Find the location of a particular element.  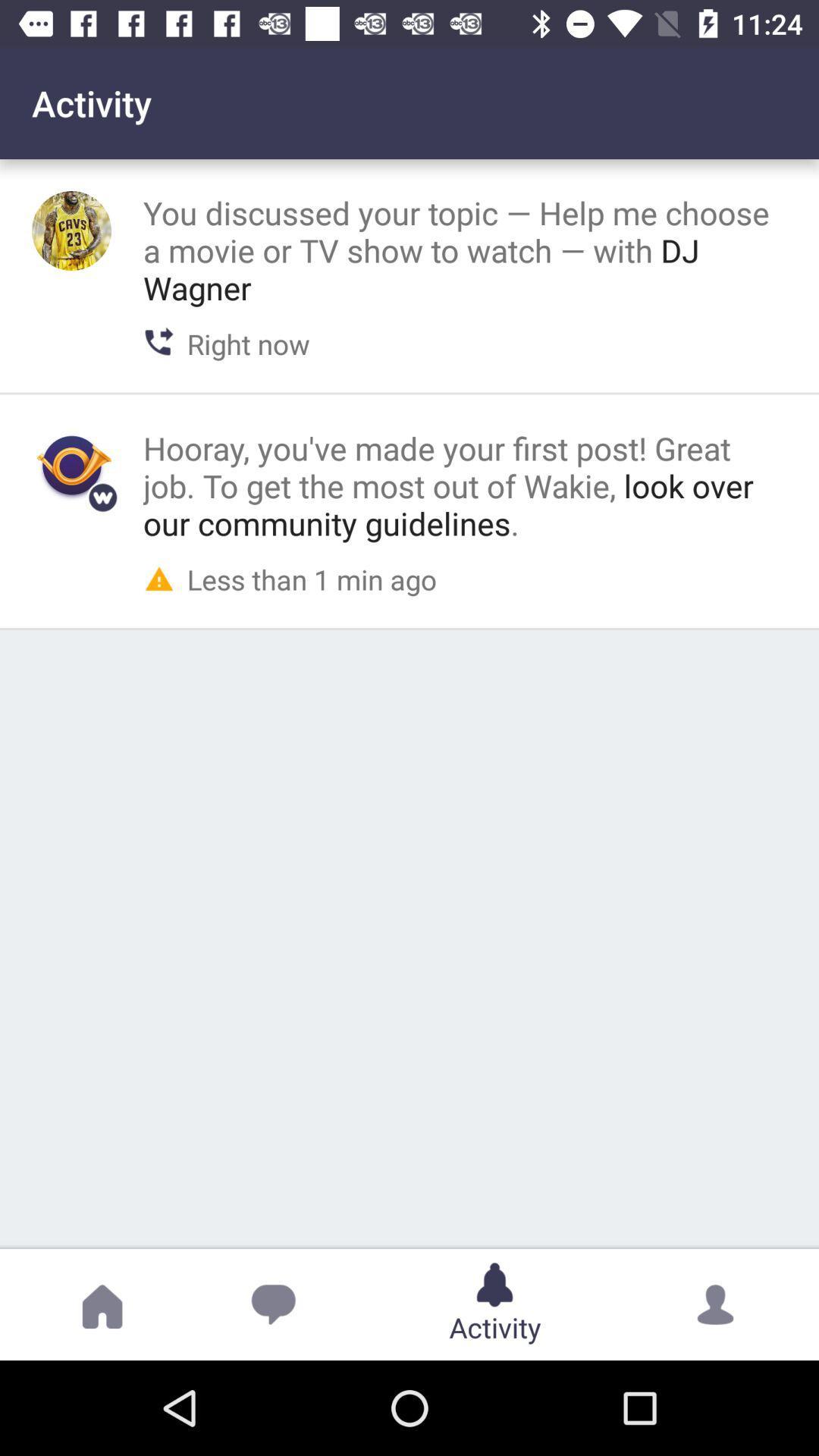

website is located at coordinates (71, 465).